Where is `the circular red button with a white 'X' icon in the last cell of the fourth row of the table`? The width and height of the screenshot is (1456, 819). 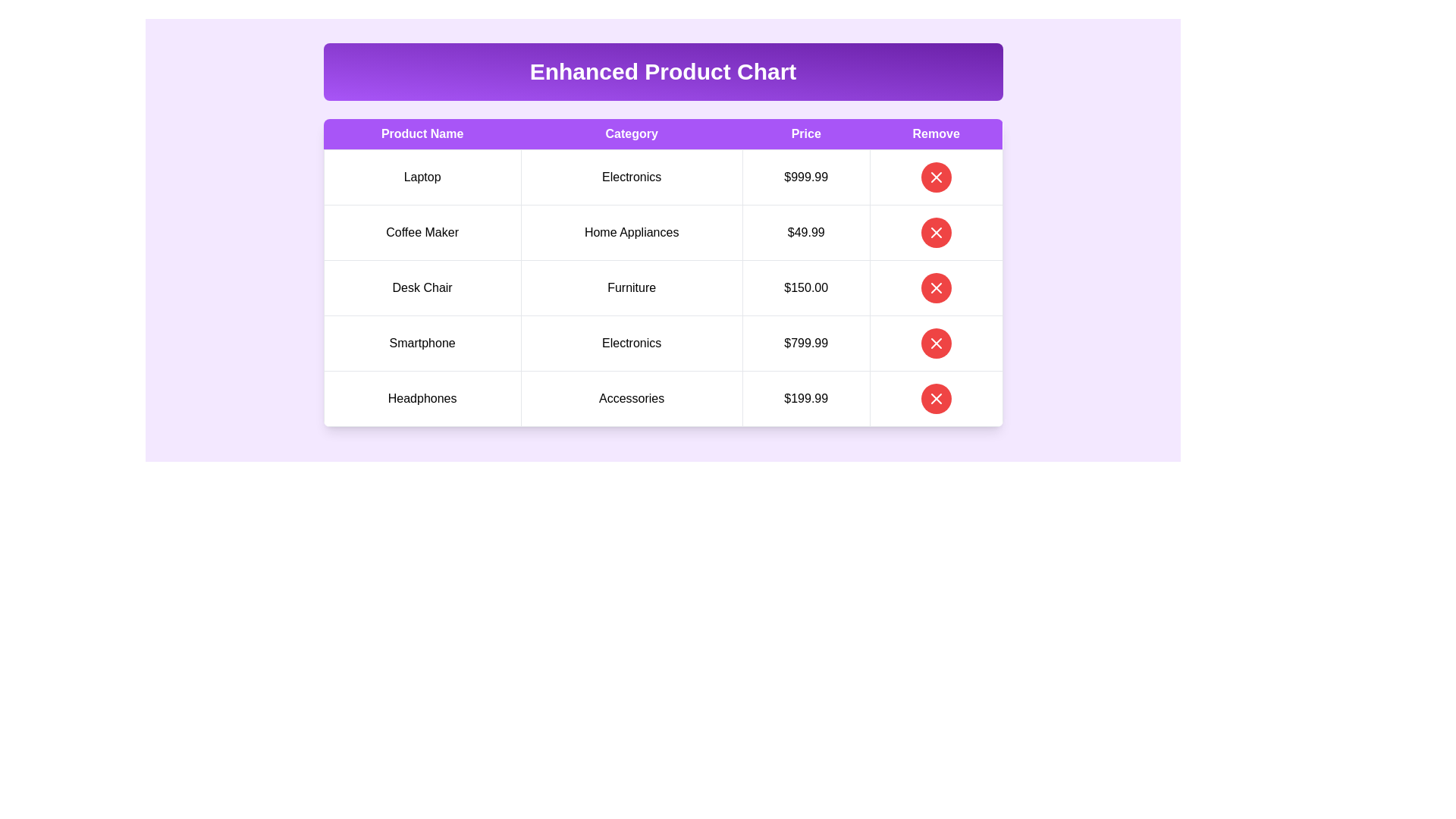 the circular red button with a white 'X' icon in the last cell of the fourth row of the table is located at coordinates (935, 343).